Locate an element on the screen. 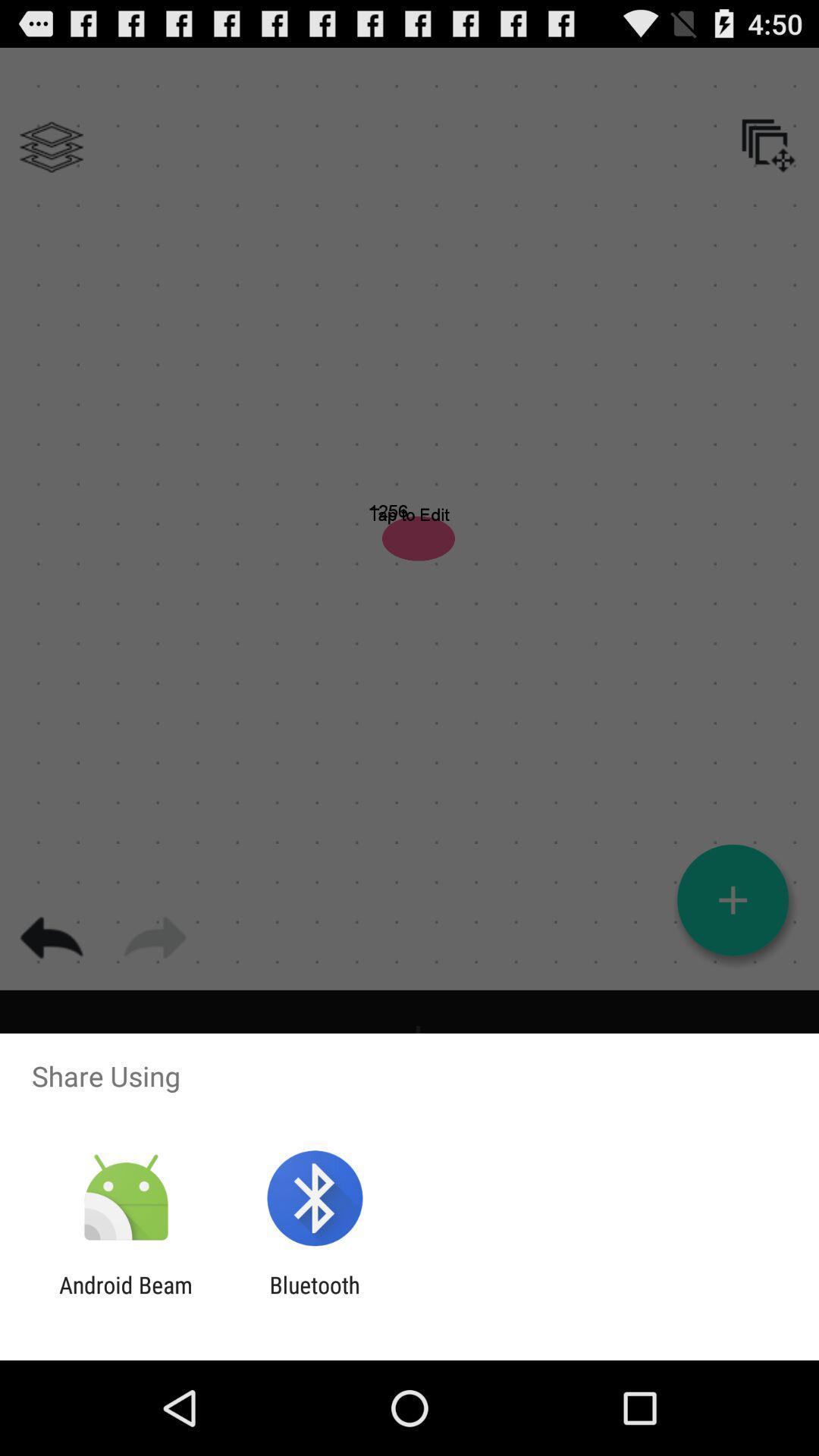 The width and height of the screenshot is (819, 1456). android beam app is located at coordinates (125, 1298).